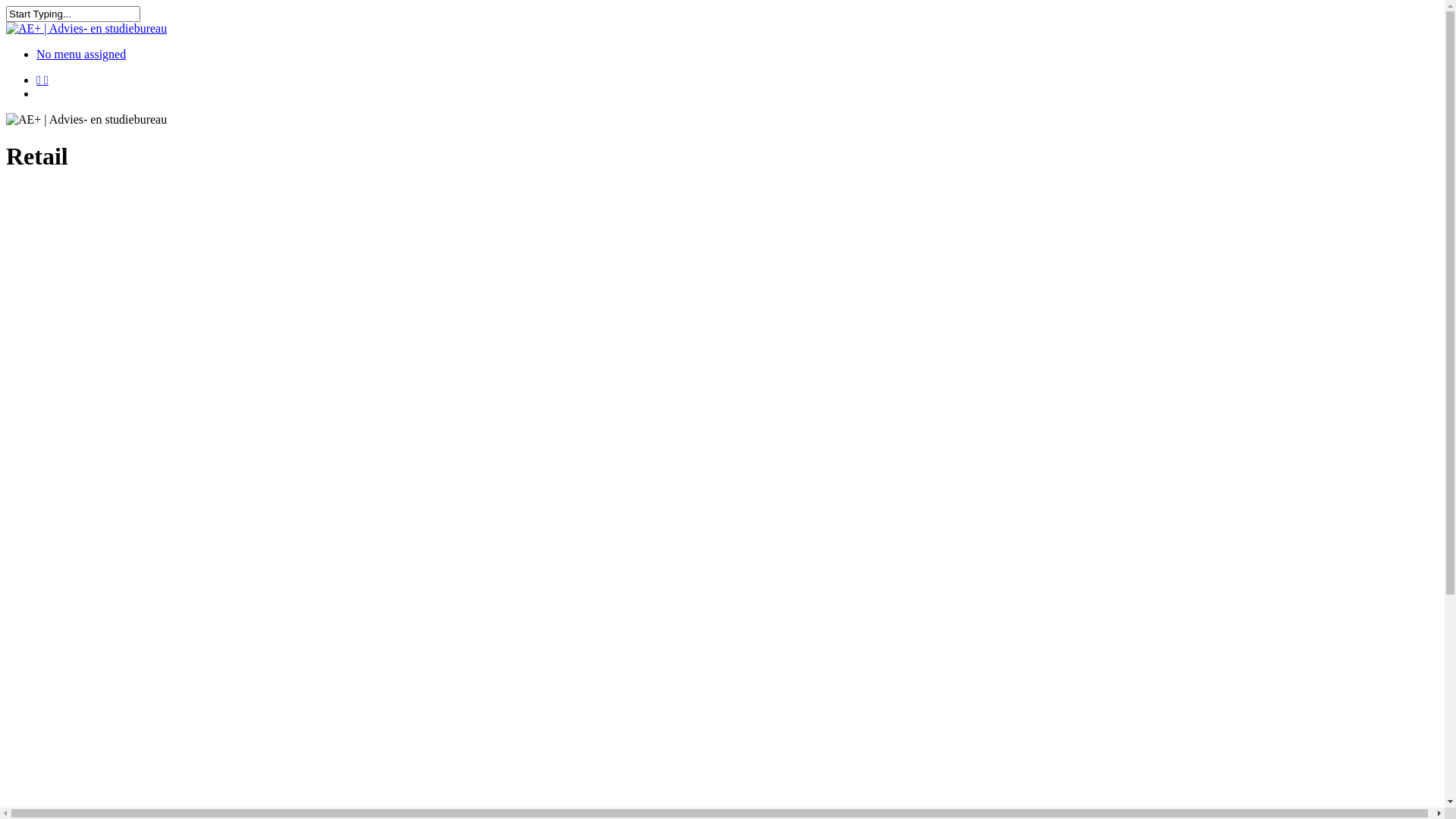 The image size is (1456, 819). I want to click on 'No menu assigned', so click(80, 53).